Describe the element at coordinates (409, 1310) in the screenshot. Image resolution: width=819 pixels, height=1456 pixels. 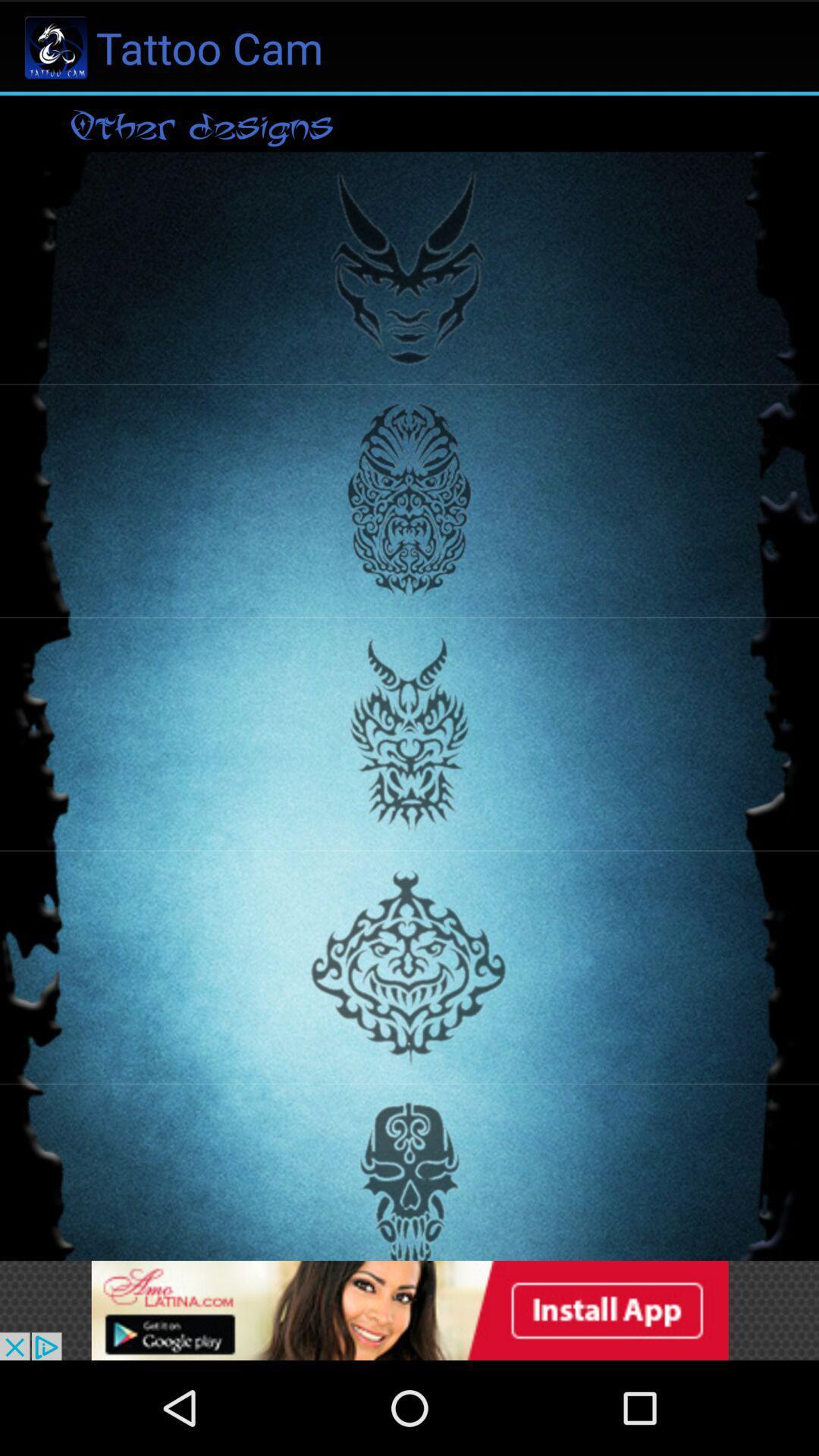
I see `icone` at that location.